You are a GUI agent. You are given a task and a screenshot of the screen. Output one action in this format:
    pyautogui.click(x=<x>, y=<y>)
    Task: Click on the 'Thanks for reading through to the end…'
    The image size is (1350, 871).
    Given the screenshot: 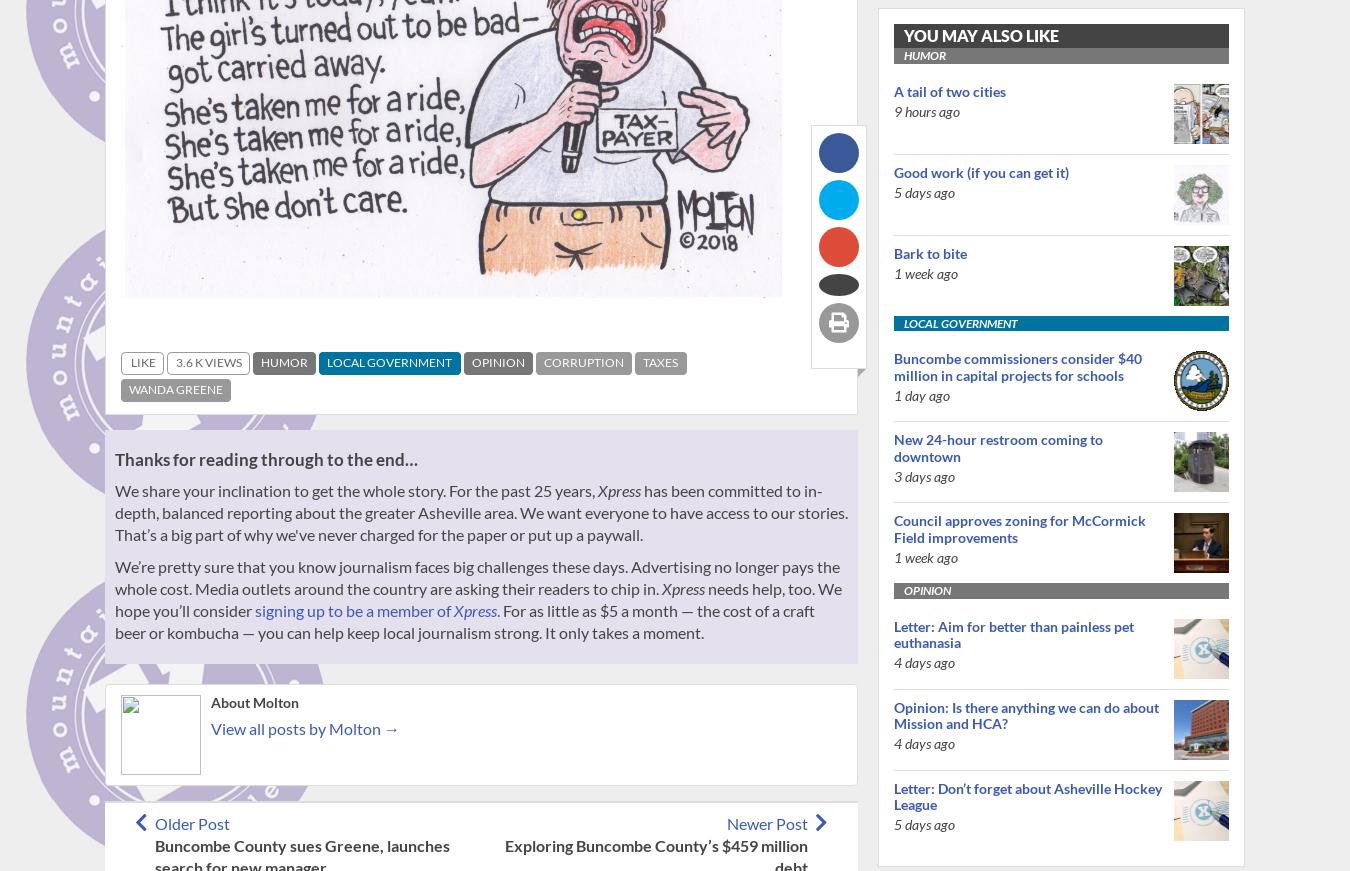 What is the action you would take?
    pyautogui.click(x=265, y=459)
    